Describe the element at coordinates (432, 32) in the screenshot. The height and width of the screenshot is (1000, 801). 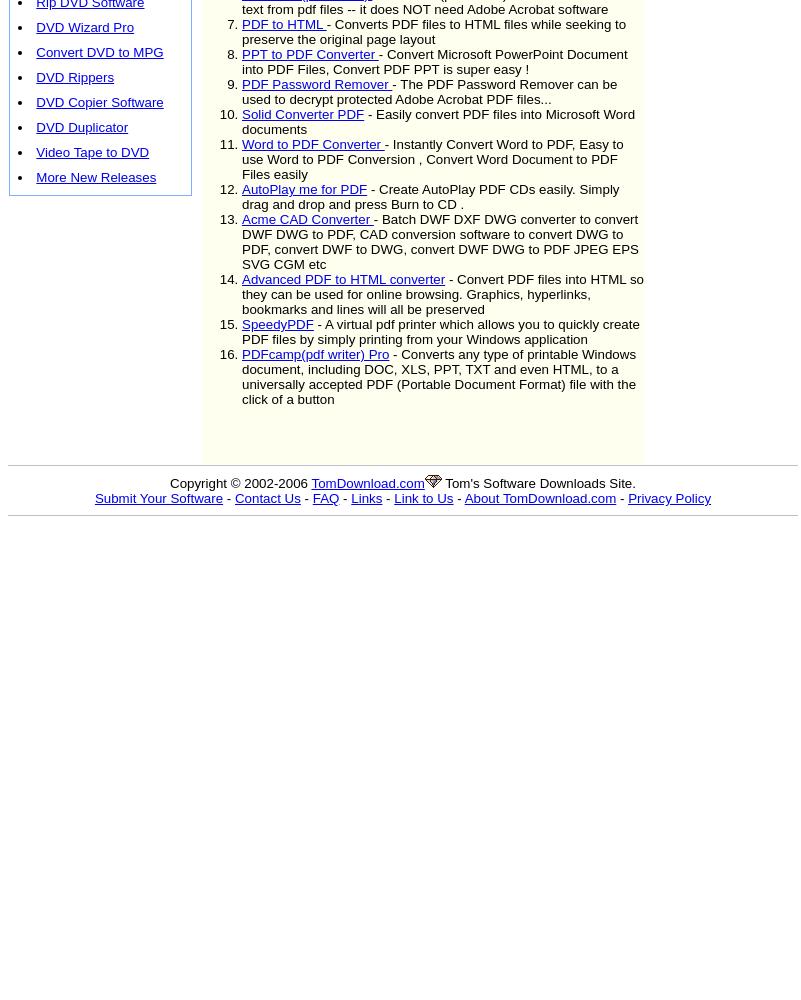
I see `'- Converts PDF files to HTML files while seeking to preserve the original page layout'` at that location.